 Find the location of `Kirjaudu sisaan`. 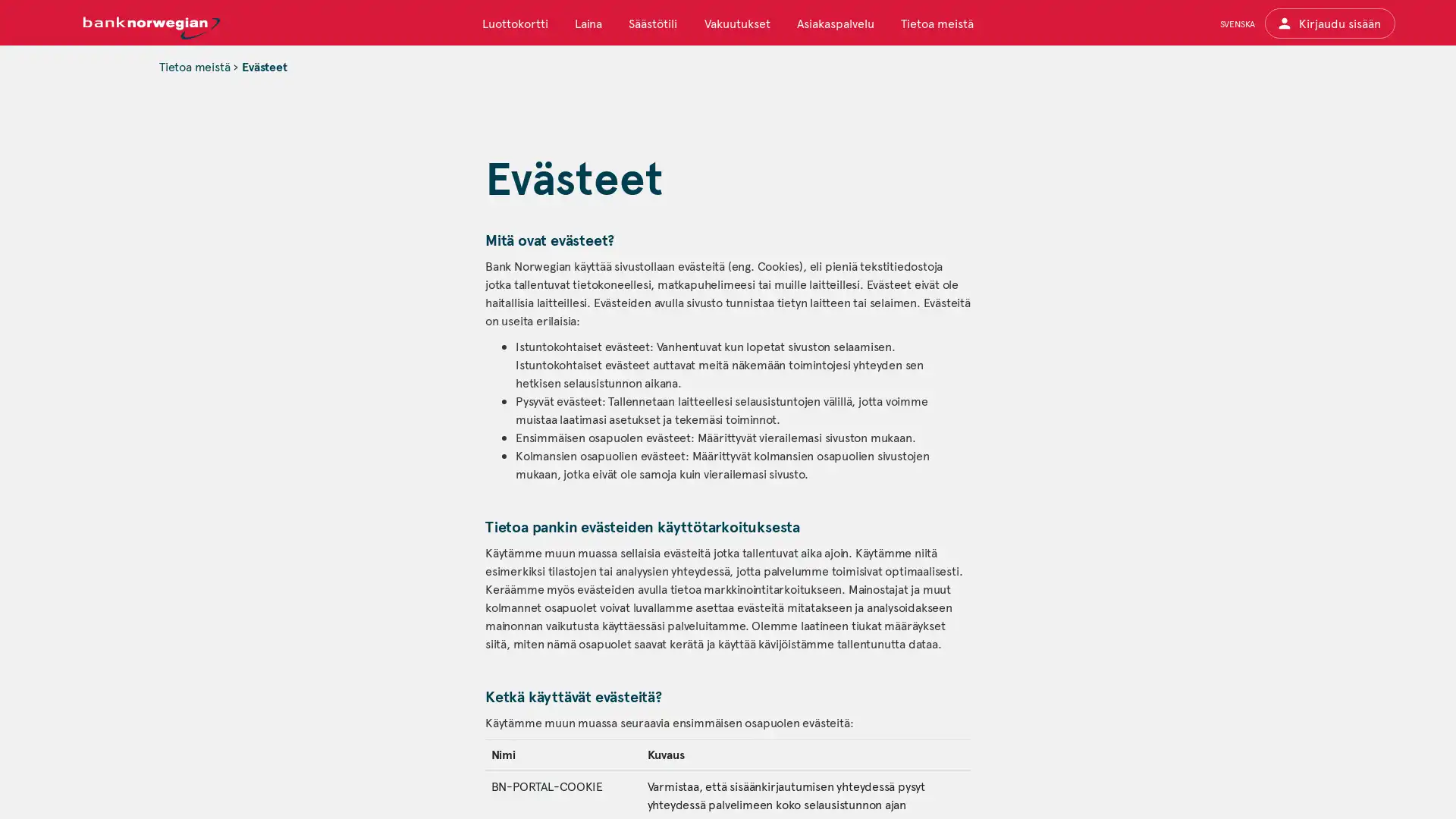

Kirjaudu sisaan is located at coordinates (1329, 23).